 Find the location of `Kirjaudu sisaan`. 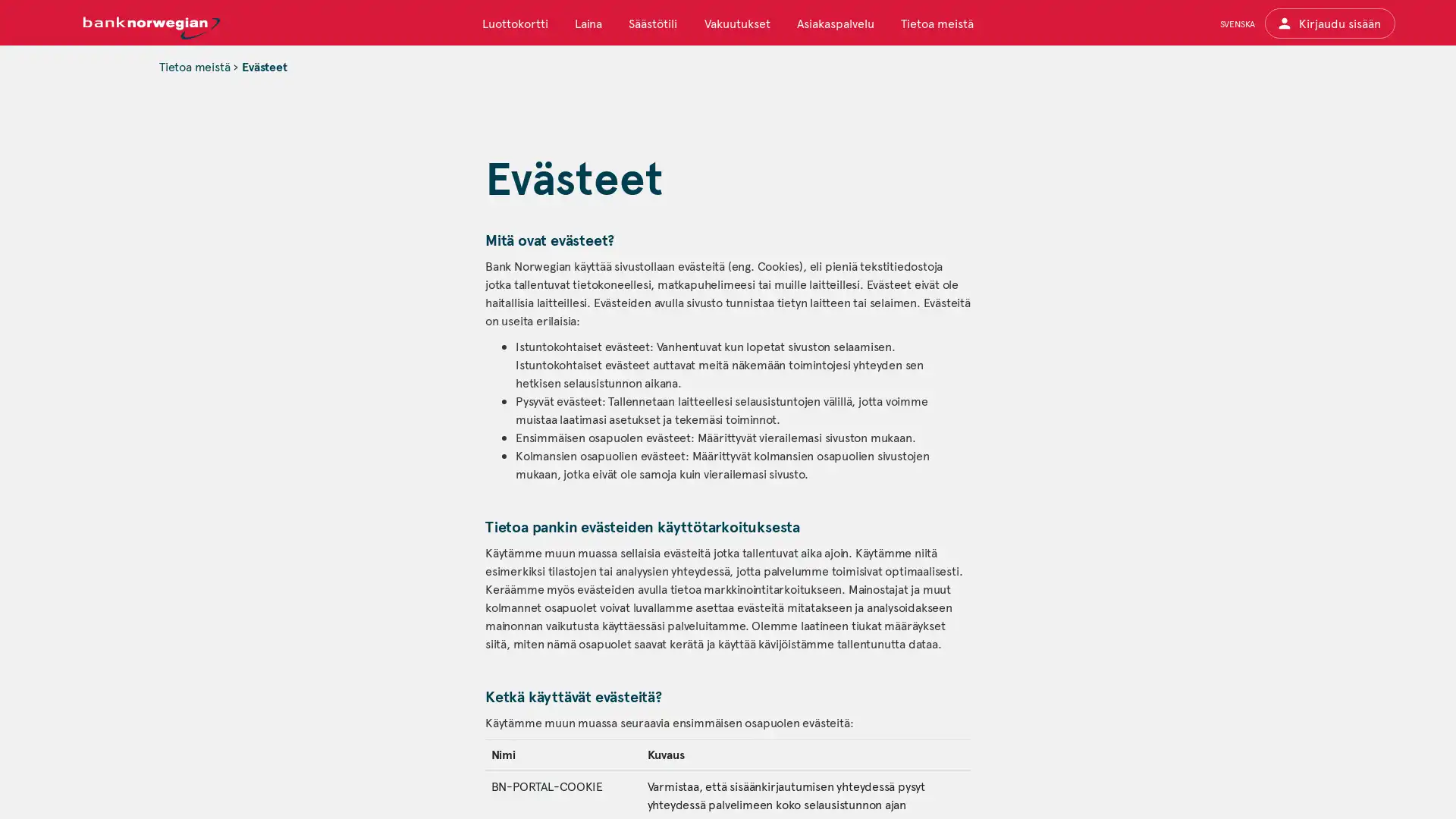

Kirjaudu sisaan is located at coordinates (1329, 23).